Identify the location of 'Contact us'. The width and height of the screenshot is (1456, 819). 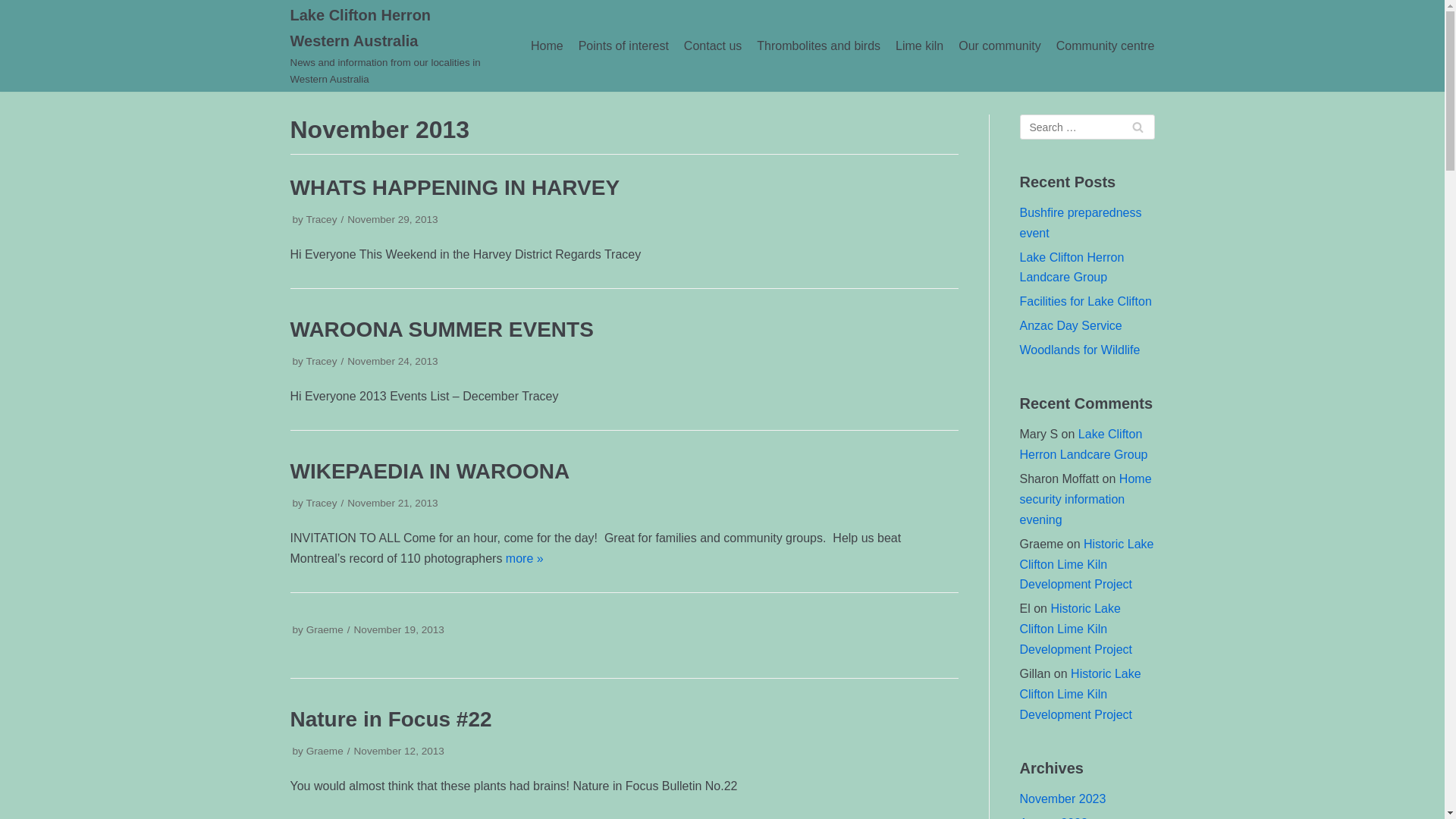
(683, 45).